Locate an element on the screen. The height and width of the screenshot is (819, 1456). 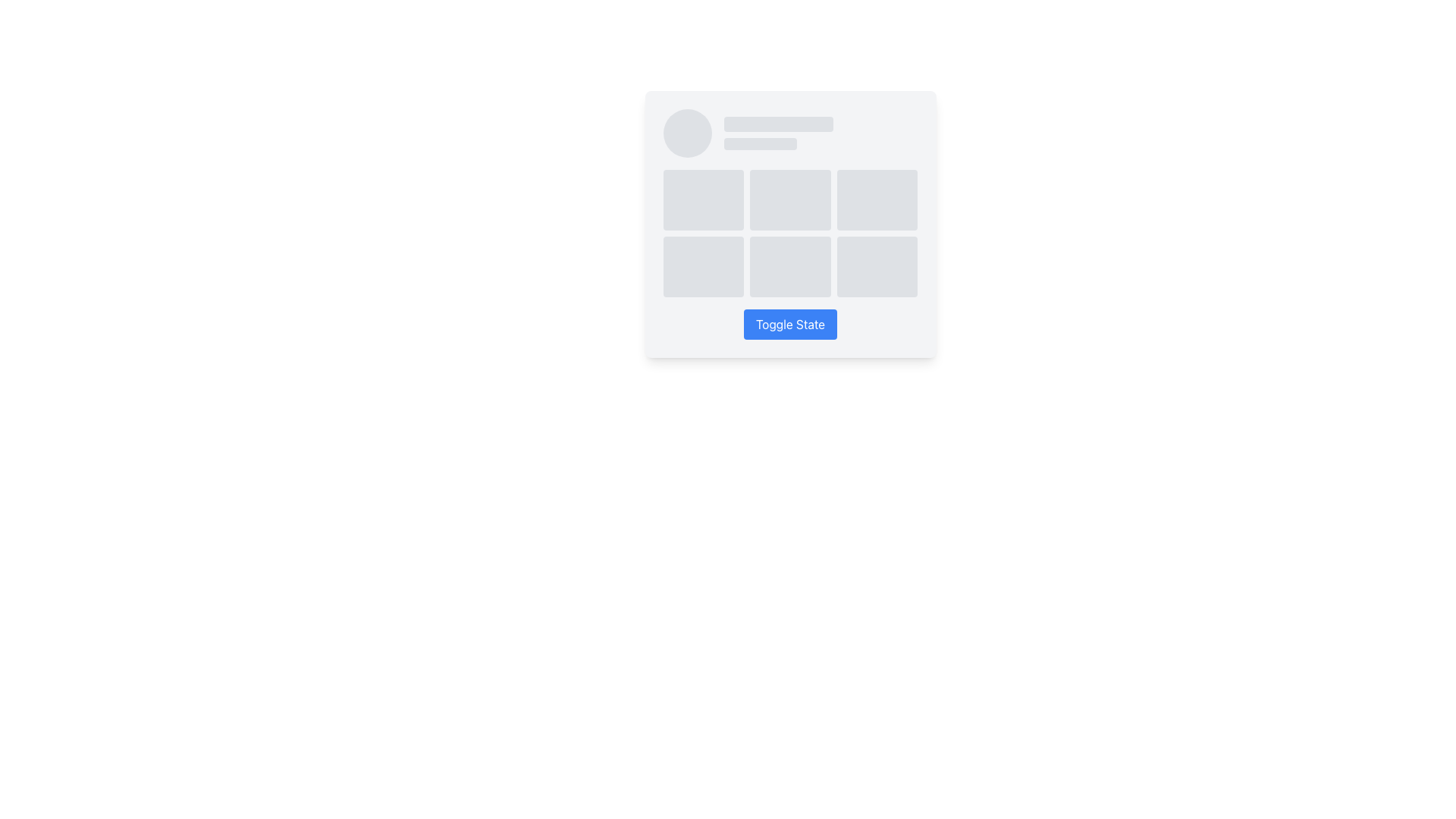
the decorative placeholder or loading indicator located at the top-left portion of the layout, which is the leftmost element in a horizontal group of components is located at coordinates (686, 133).